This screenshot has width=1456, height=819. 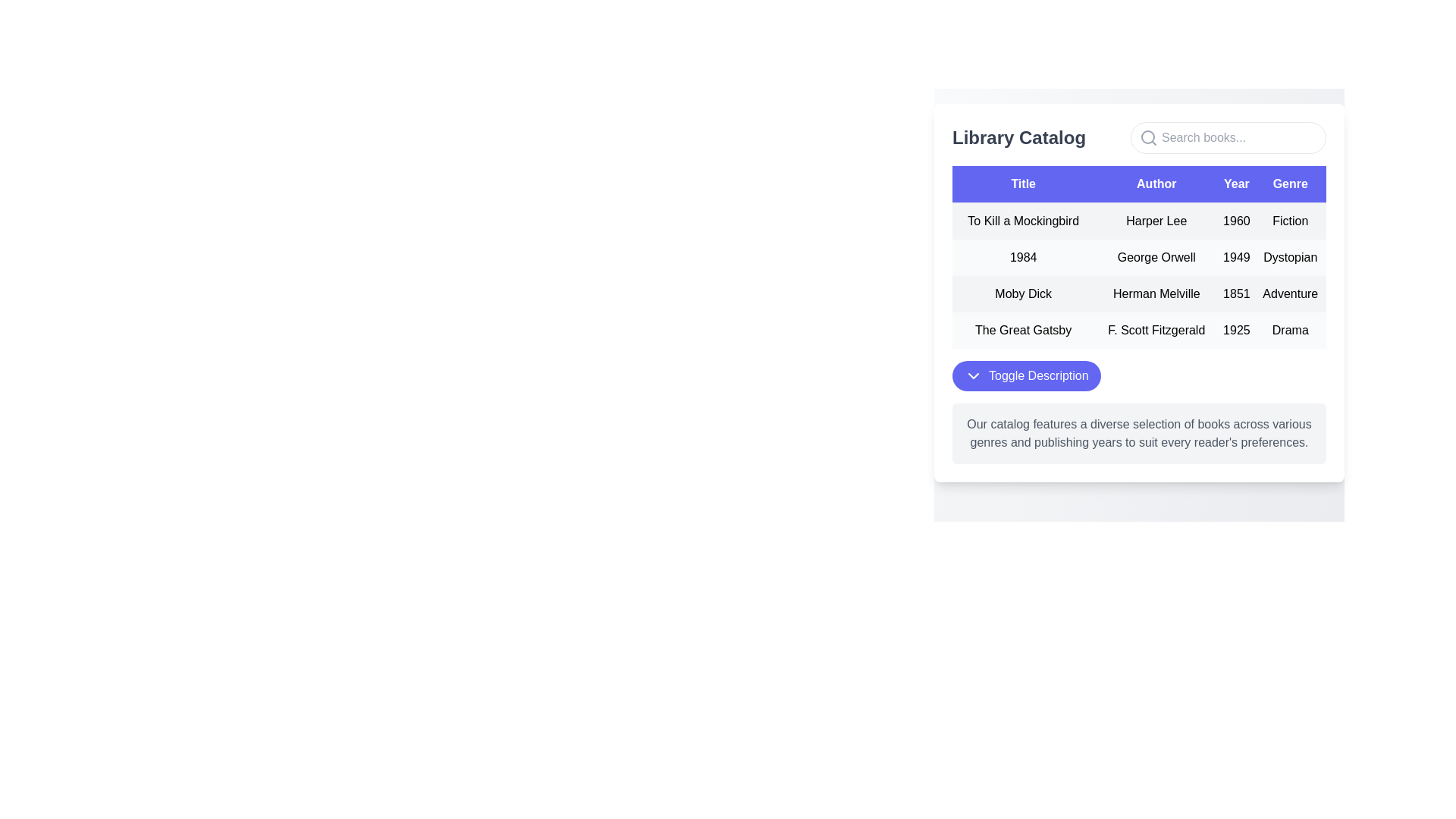 I want to click on the search icon located at the left of the search input field to focus on the search field, so click(x=1149, y=137).